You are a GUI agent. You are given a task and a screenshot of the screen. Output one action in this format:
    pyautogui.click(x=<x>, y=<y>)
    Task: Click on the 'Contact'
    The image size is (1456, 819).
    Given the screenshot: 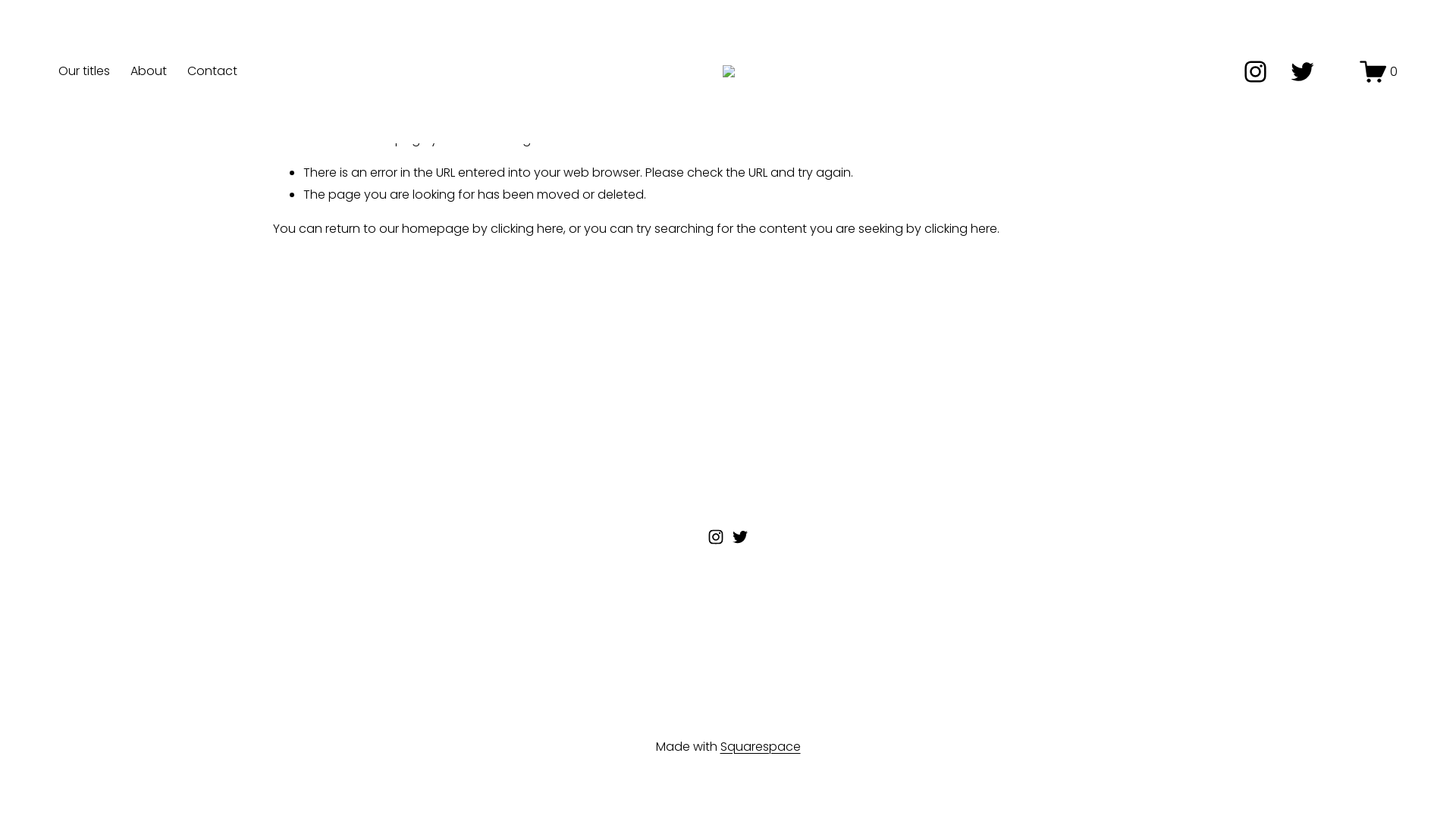 What is the action you would take?
    pyautogui.click(x=211, y=71)
    